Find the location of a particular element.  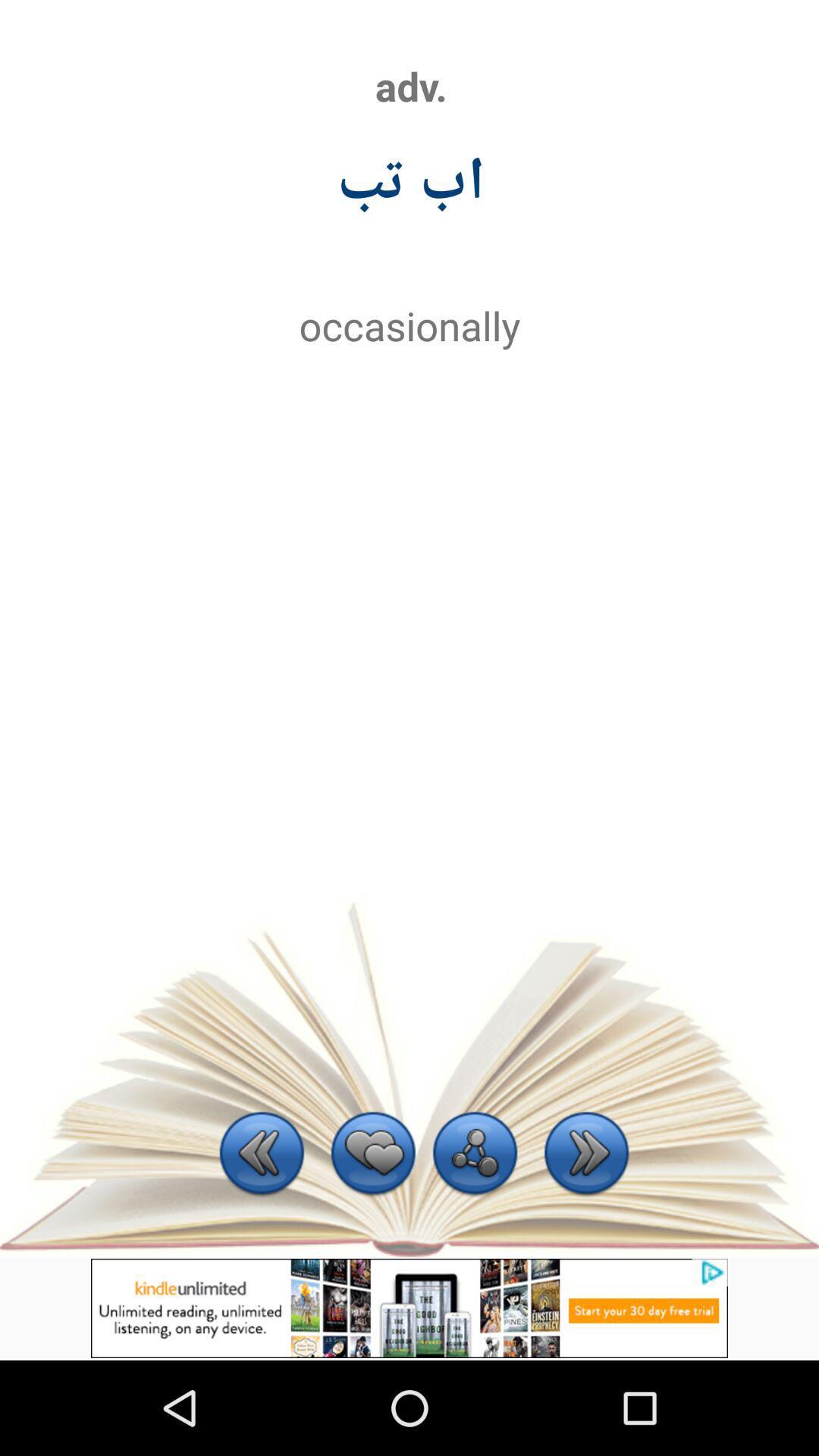

advertisements image is located at coordinates (409, 1307).